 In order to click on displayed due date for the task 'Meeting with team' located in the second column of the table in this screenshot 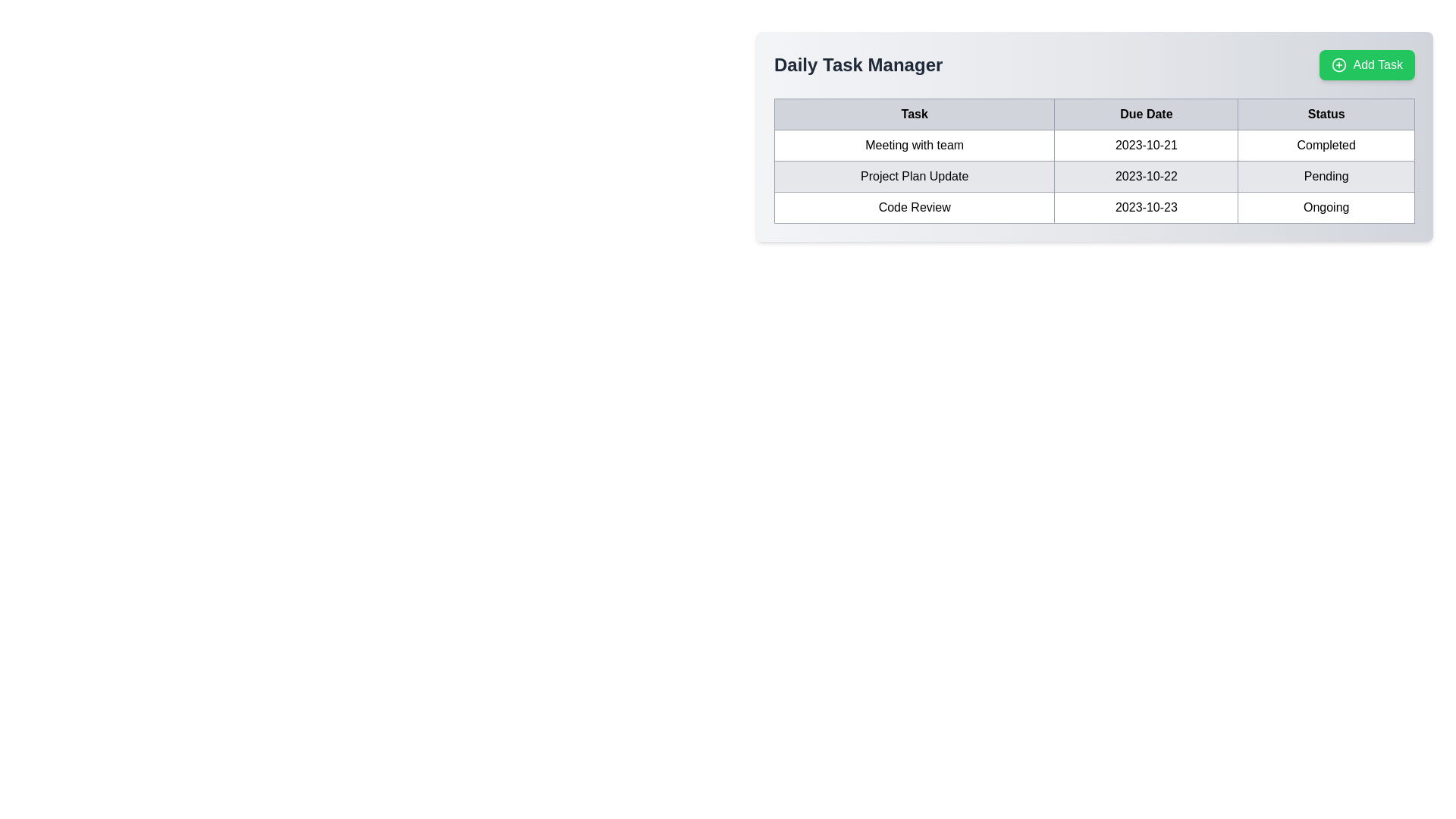, I will do `click(1146, 146)`.